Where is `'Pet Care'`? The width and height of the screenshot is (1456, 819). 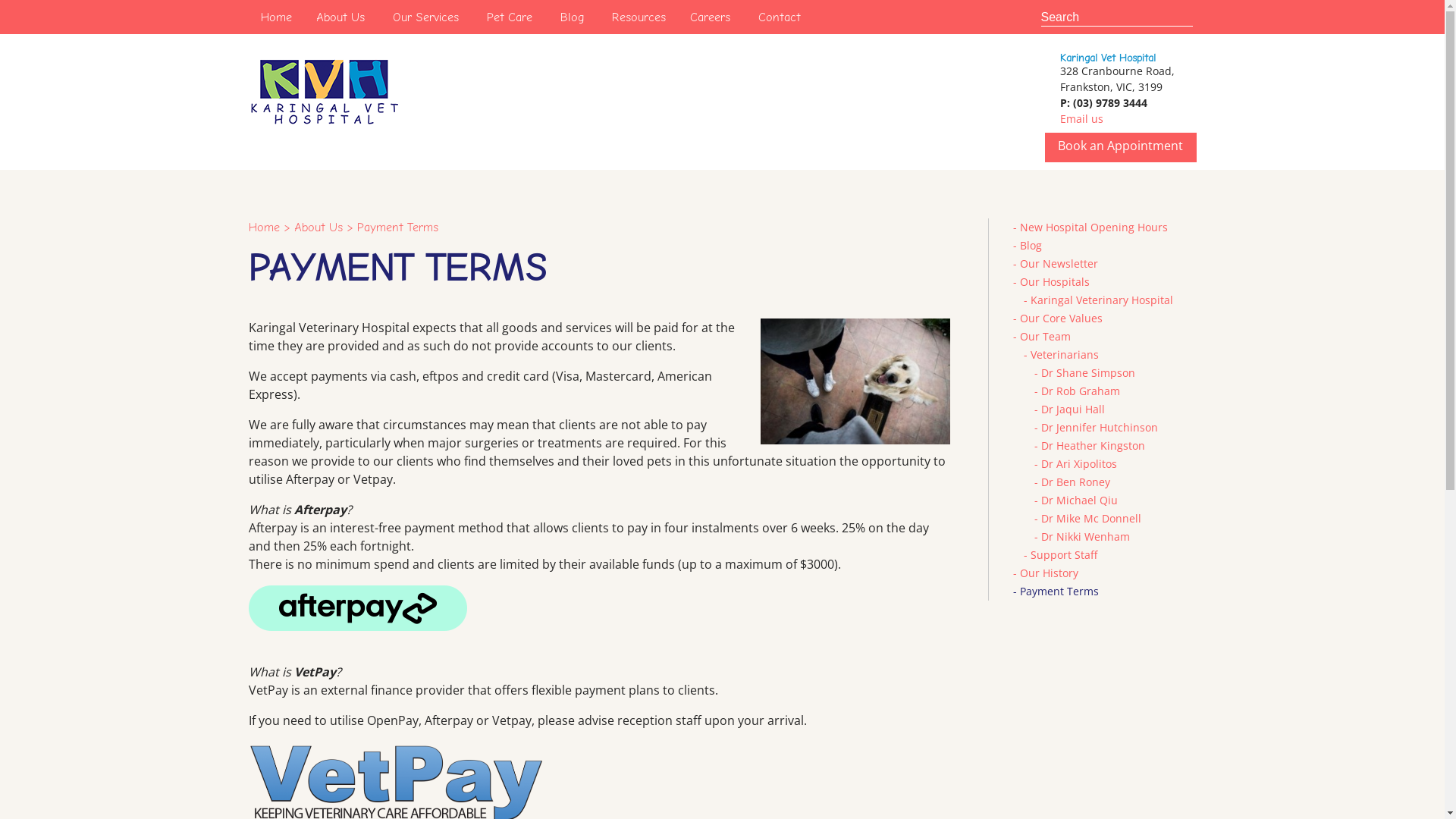 'Pet Care' is located at coordinates (510, 17).